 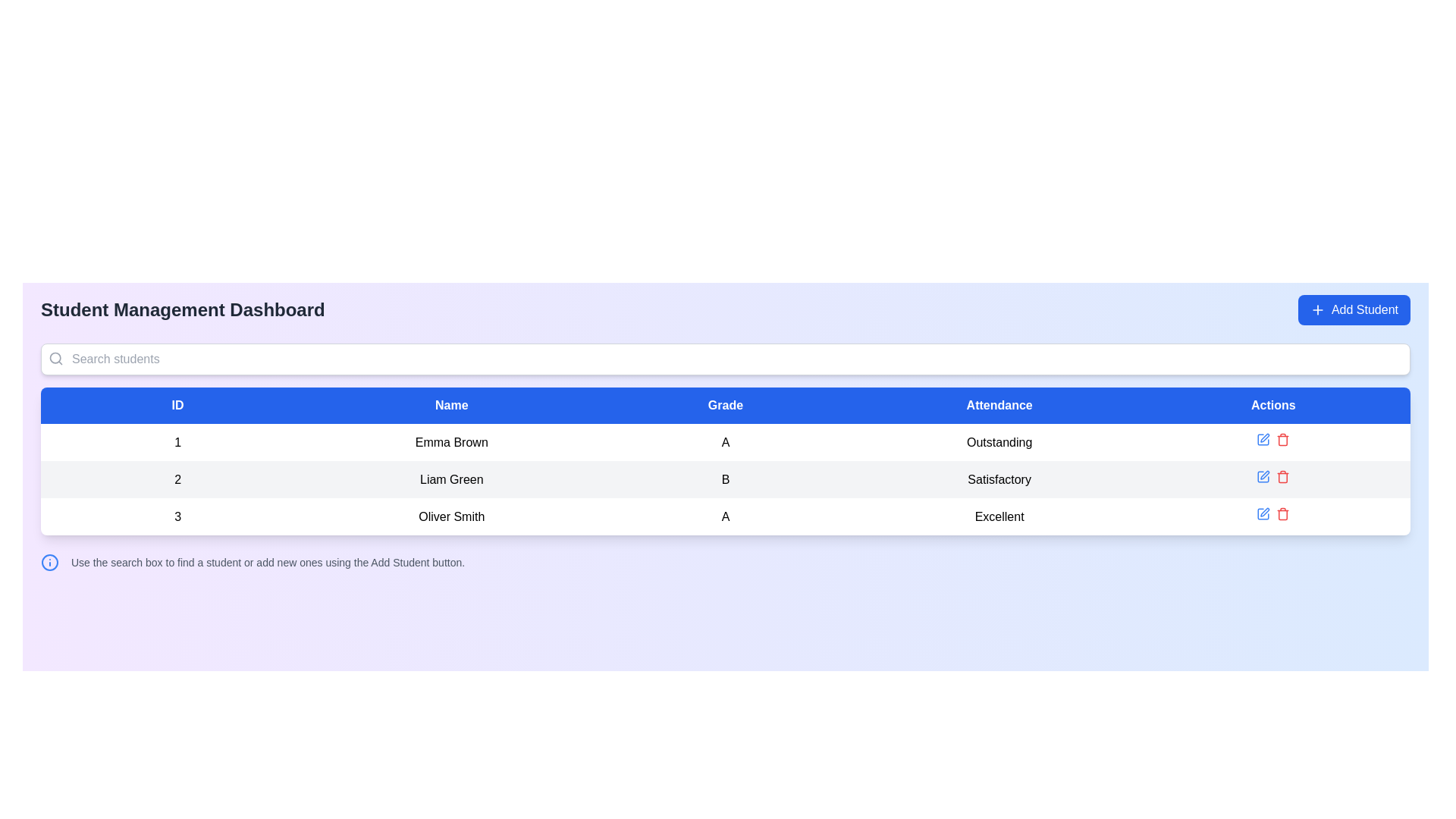 I want to click on the grade 'A' text label for student 'Emma Brown' located in the third column of the row labeled '1' under the 'Grade' column, so click(x=724, y=442).